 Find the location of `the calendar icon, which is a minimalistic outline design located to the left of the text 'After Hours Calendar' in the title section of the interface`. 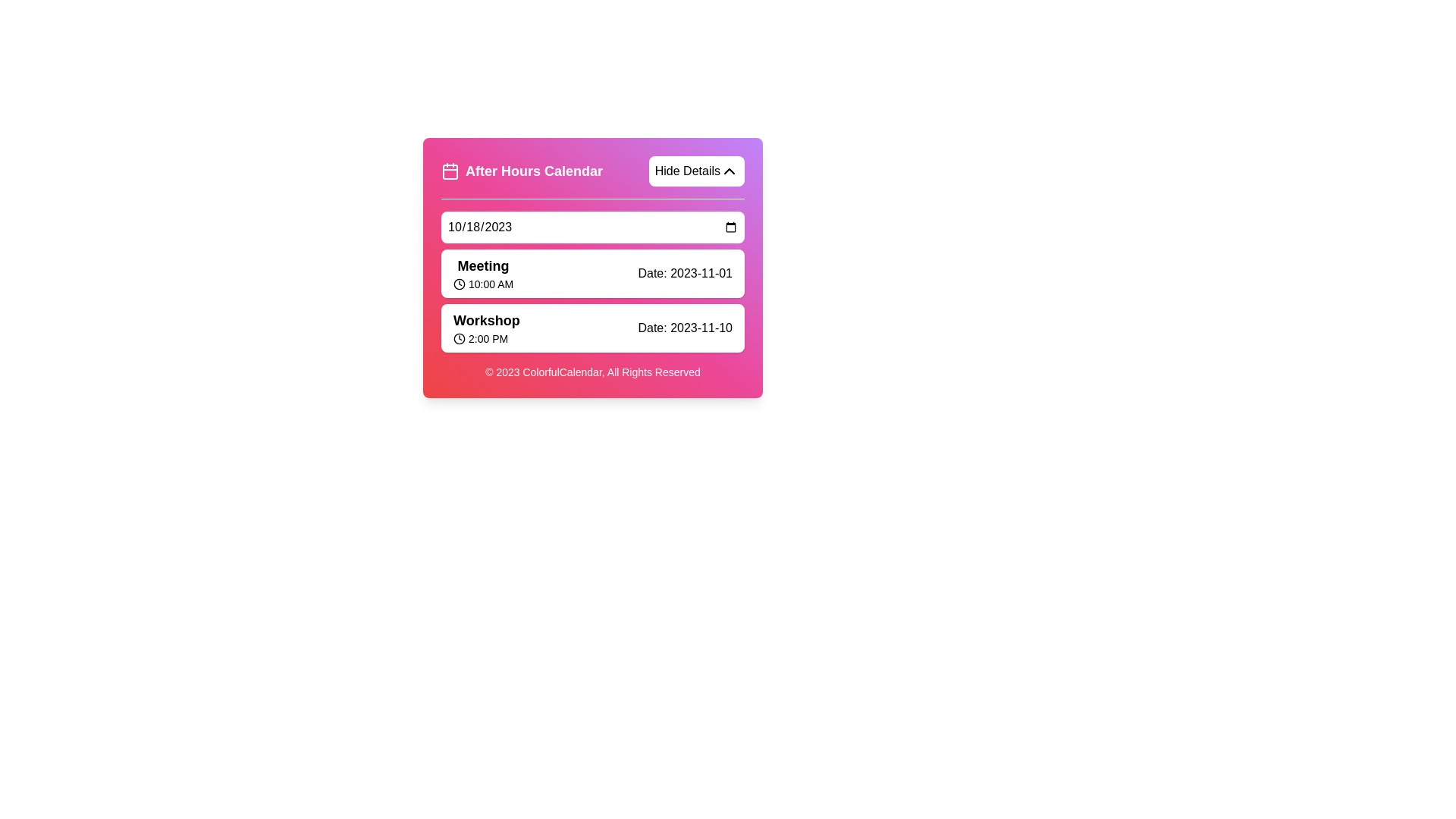

the calendar icon, which is a minimalistic outline design located to the left of the text 'After Hours Calendar' in the title section of the interface is located at coordinates (450, 171).